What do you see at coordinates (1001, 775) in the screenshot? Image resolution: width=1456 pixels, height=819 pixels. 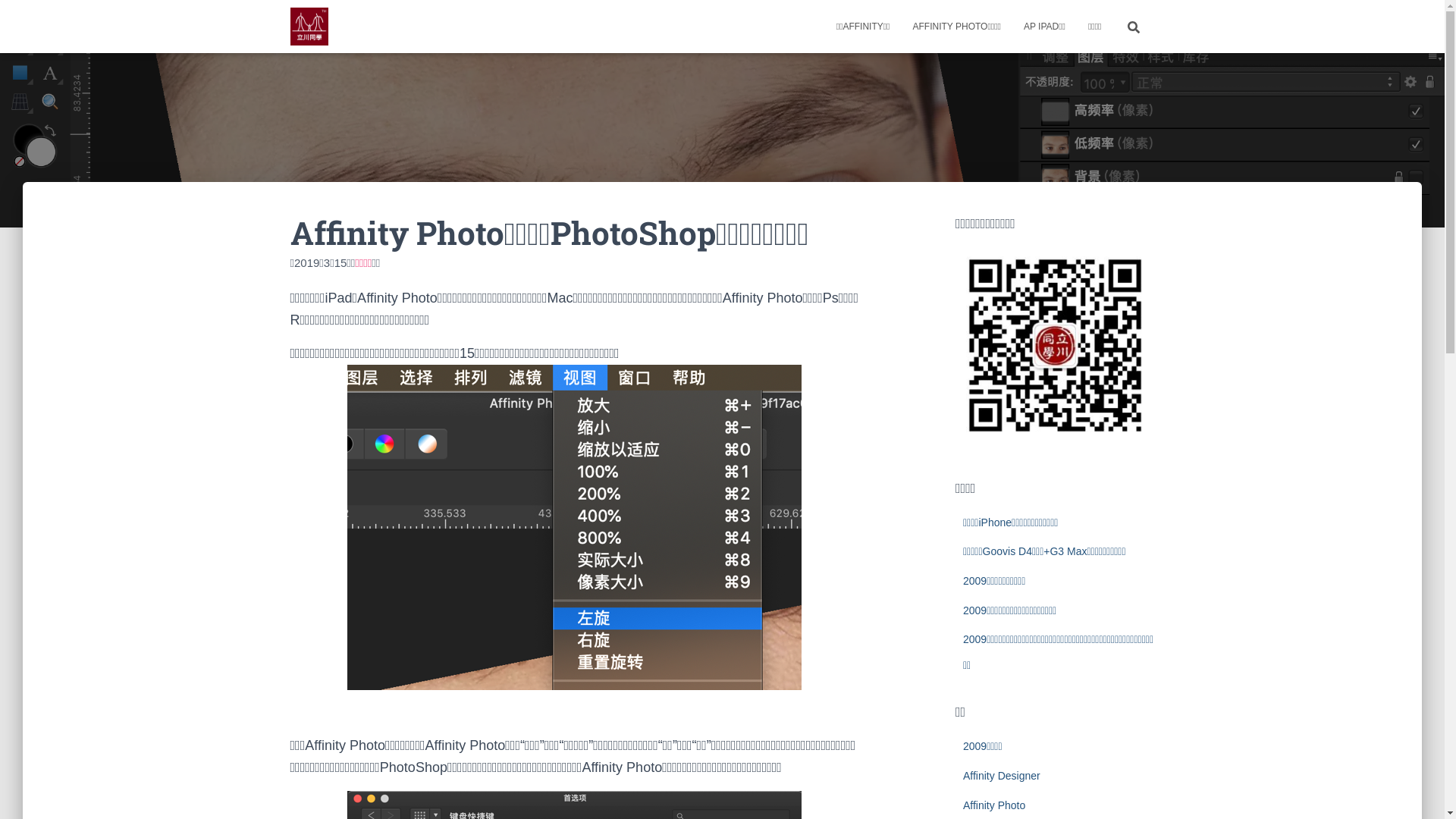 I see `'Affinity Designer'` at bounding box center [1001, 775].